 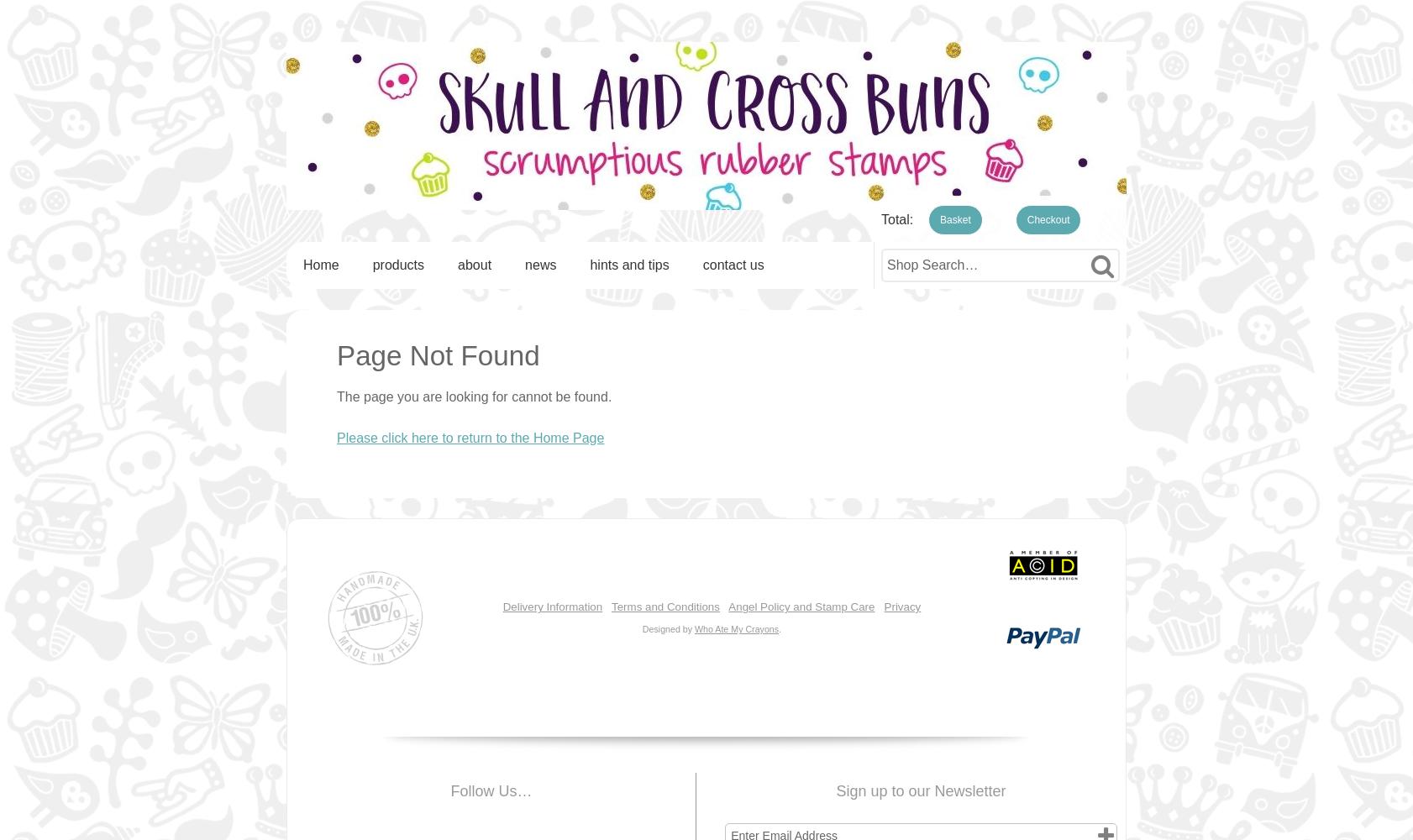 What do you see at coordinates (901, 606) in the screenshot?
I see `'Privacy'` at bounding box center [901, 606].